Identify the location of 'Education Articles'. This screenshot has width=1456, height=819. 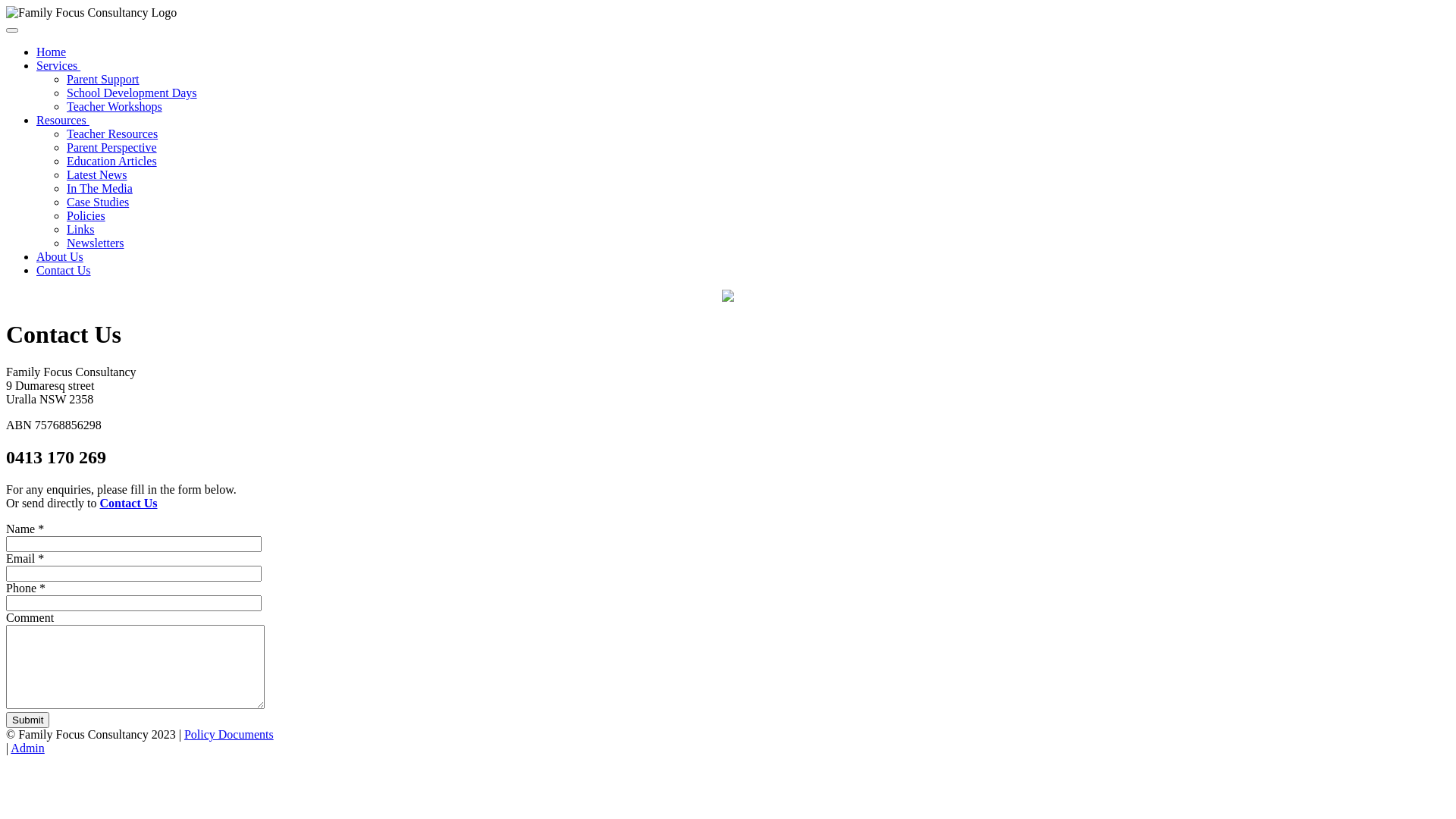
(65, 161).